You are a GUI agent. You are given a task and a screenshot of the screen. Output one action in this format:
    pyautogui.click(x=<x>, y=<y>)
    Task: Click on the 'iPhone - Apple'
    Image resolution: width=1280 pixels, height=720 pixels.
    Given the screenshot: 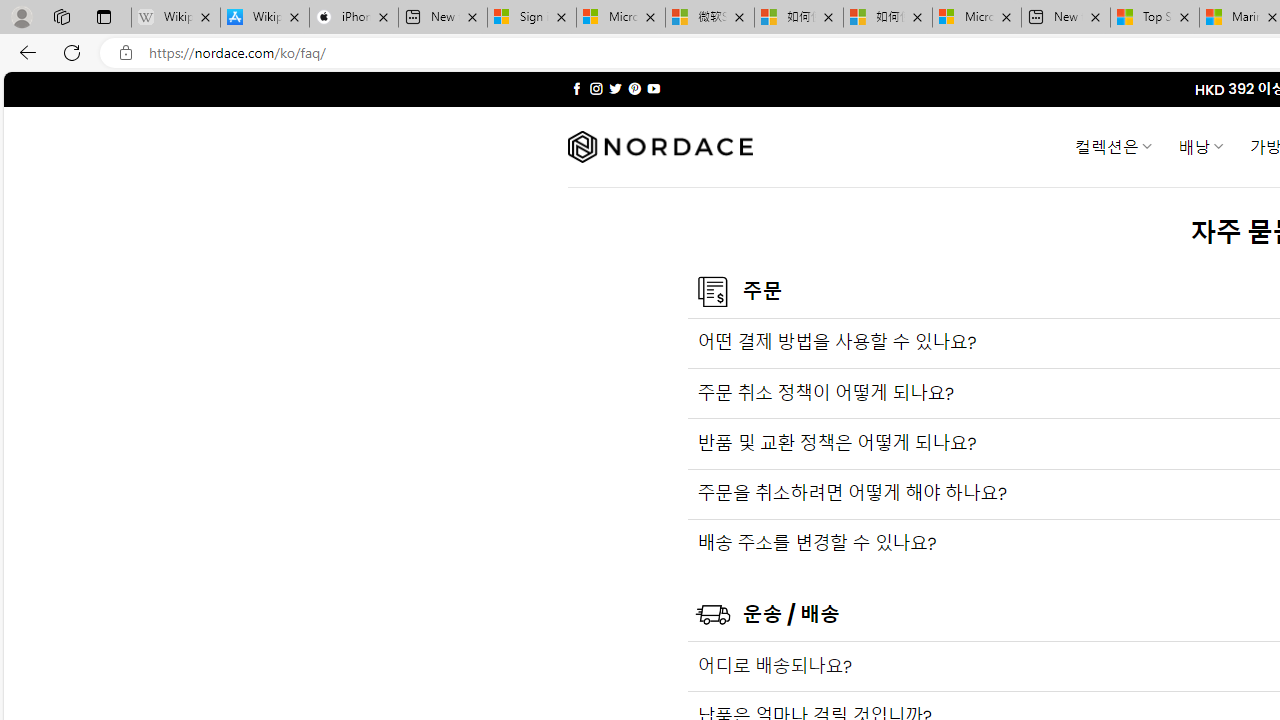 What is the action you would take?
    pyautogui.click(x=353, y=17)
    